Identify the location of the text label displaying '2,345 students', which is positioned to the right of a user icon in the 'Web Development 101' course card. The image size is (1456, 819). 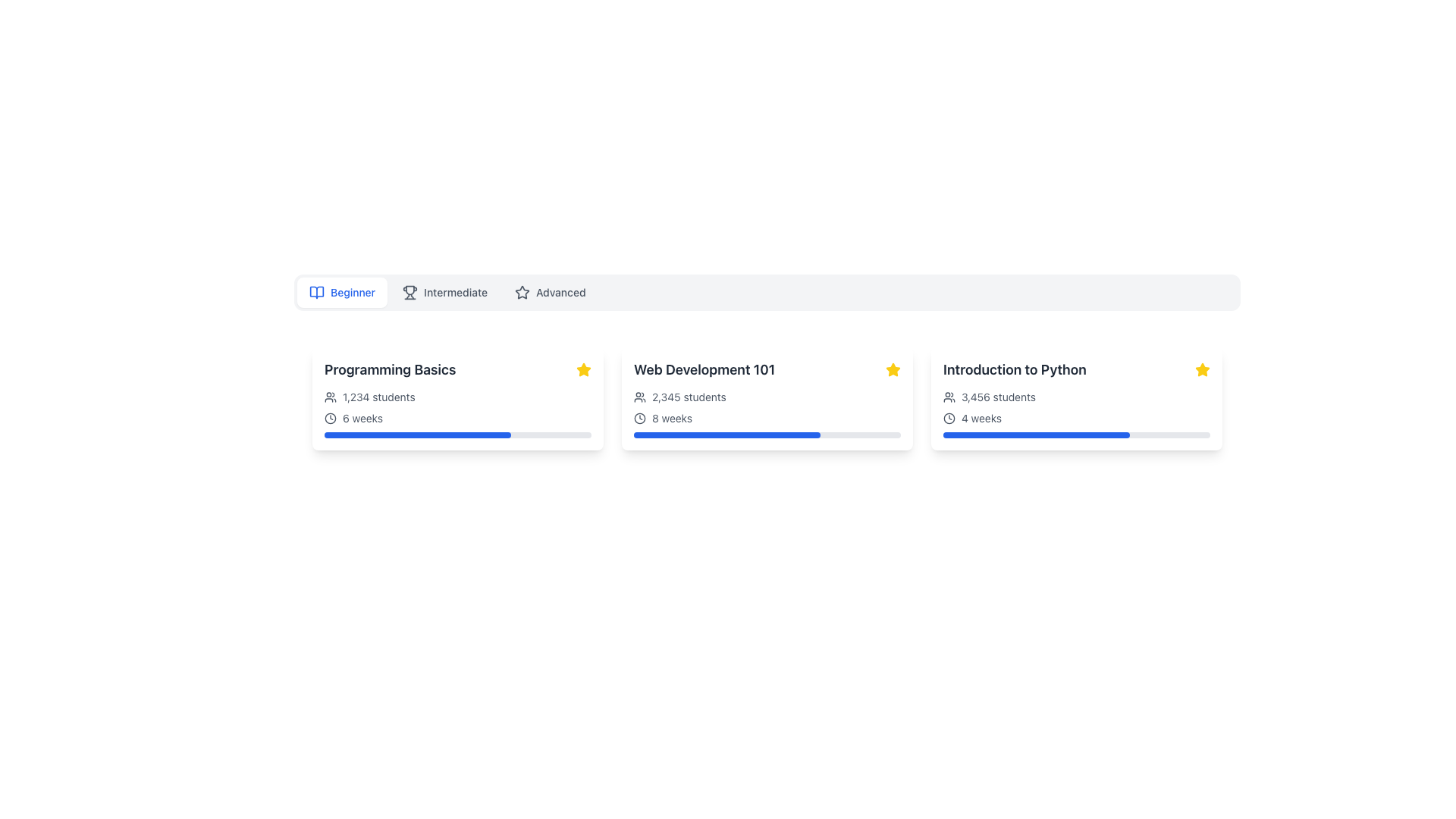
(688, 397).